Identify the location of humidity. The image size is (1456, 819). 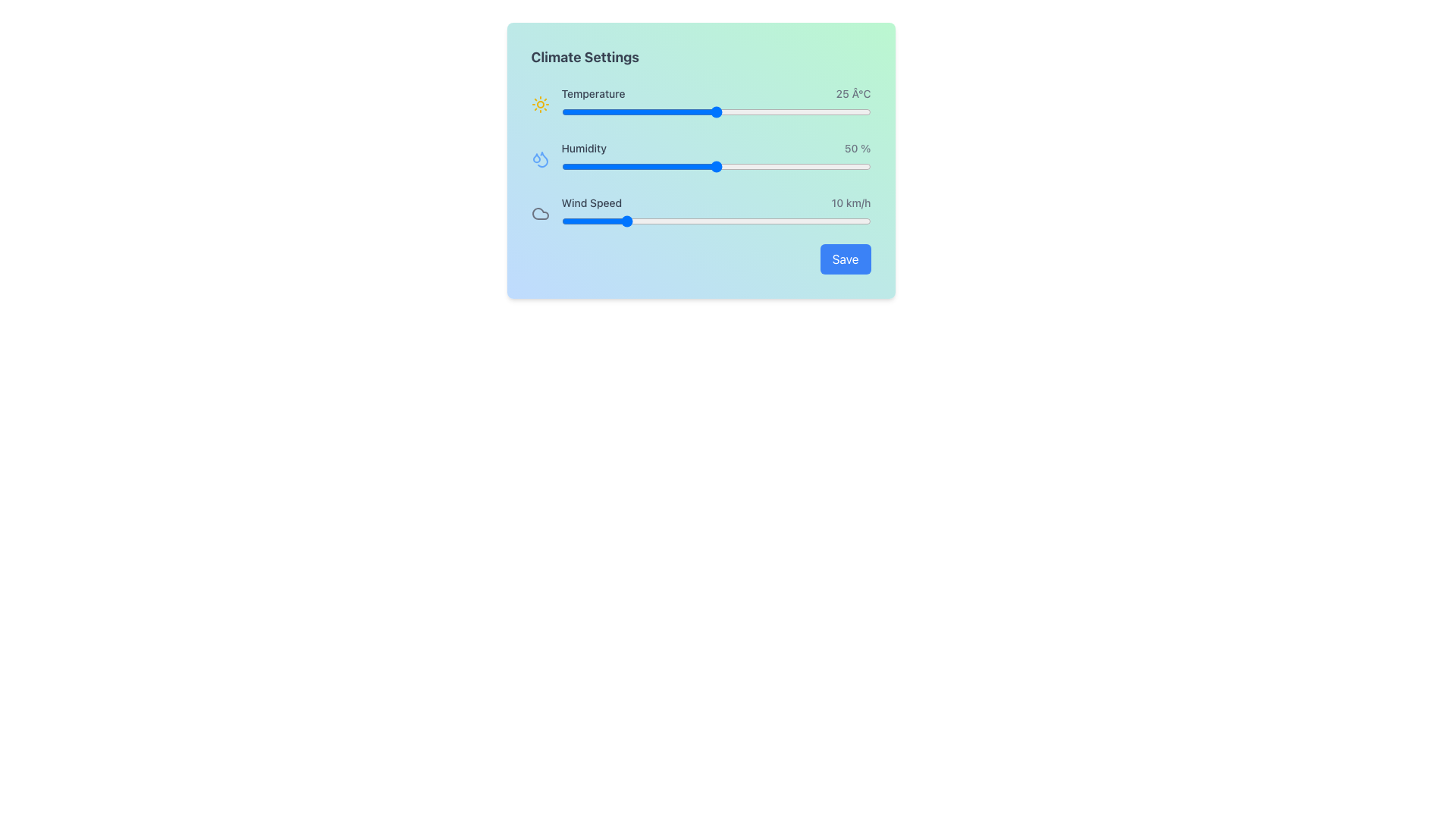
(626, 166).